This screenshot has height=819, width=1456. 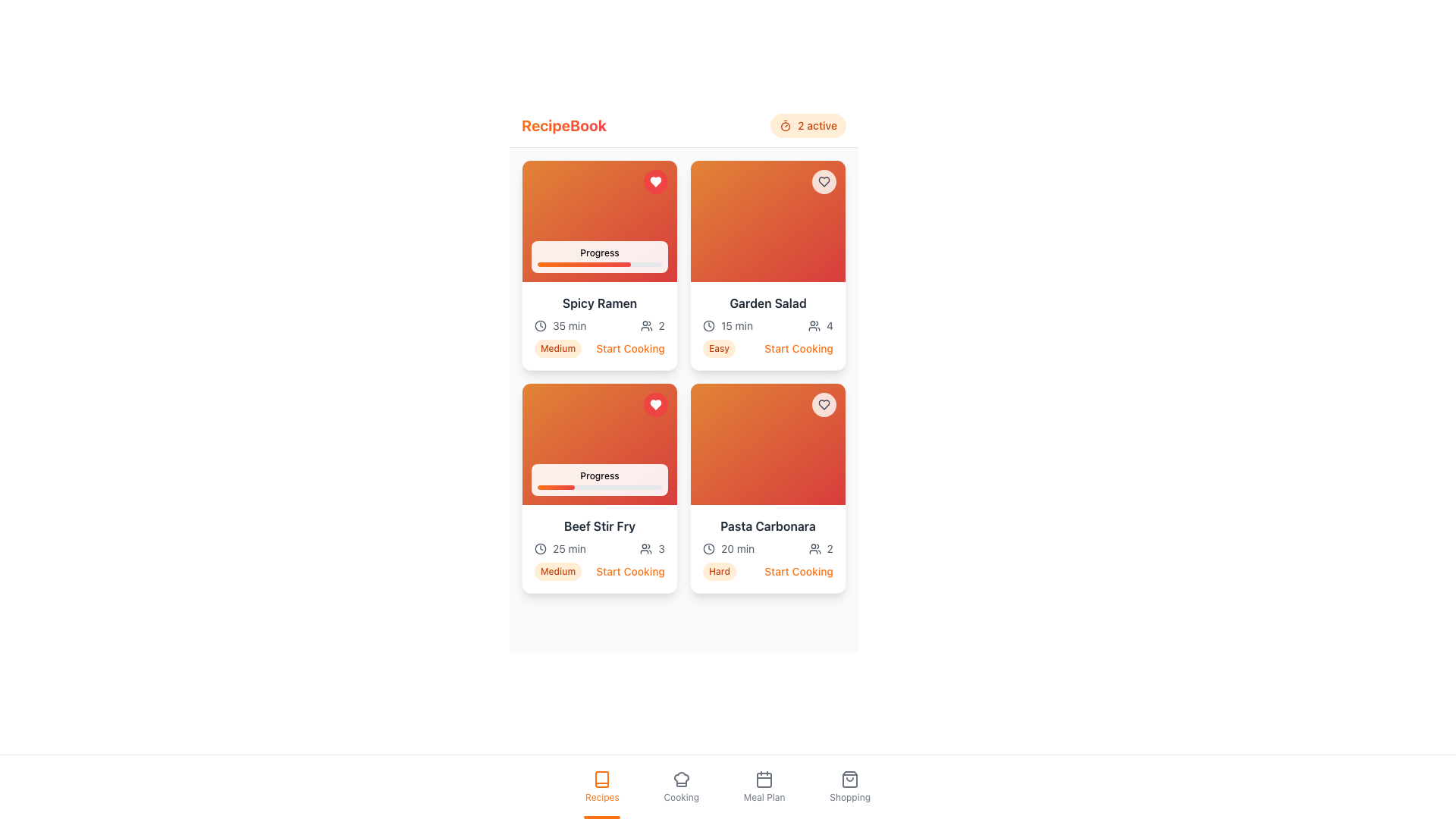 I want to click on cooking time and serving information displayed in the Metadata section of the 'Spicy Ramen' recipe card, located under the main title and aligned with the difficulty badge and 'Start Cooking' button, so click(x=599, y=325).